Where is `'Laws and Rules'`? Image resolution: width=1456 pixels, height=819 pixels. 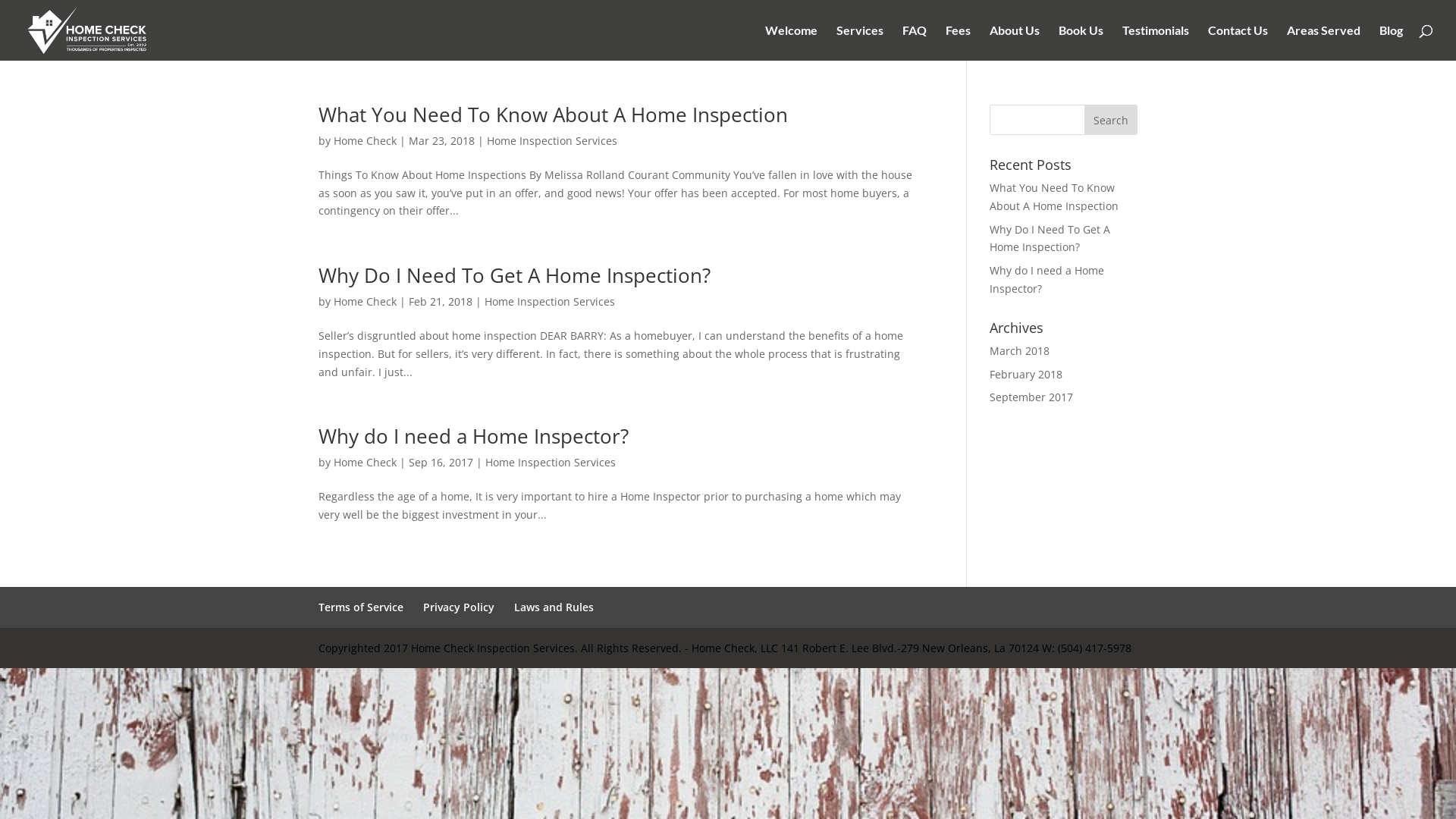 'Laws and Rules' is located at coordinates (553, 606).